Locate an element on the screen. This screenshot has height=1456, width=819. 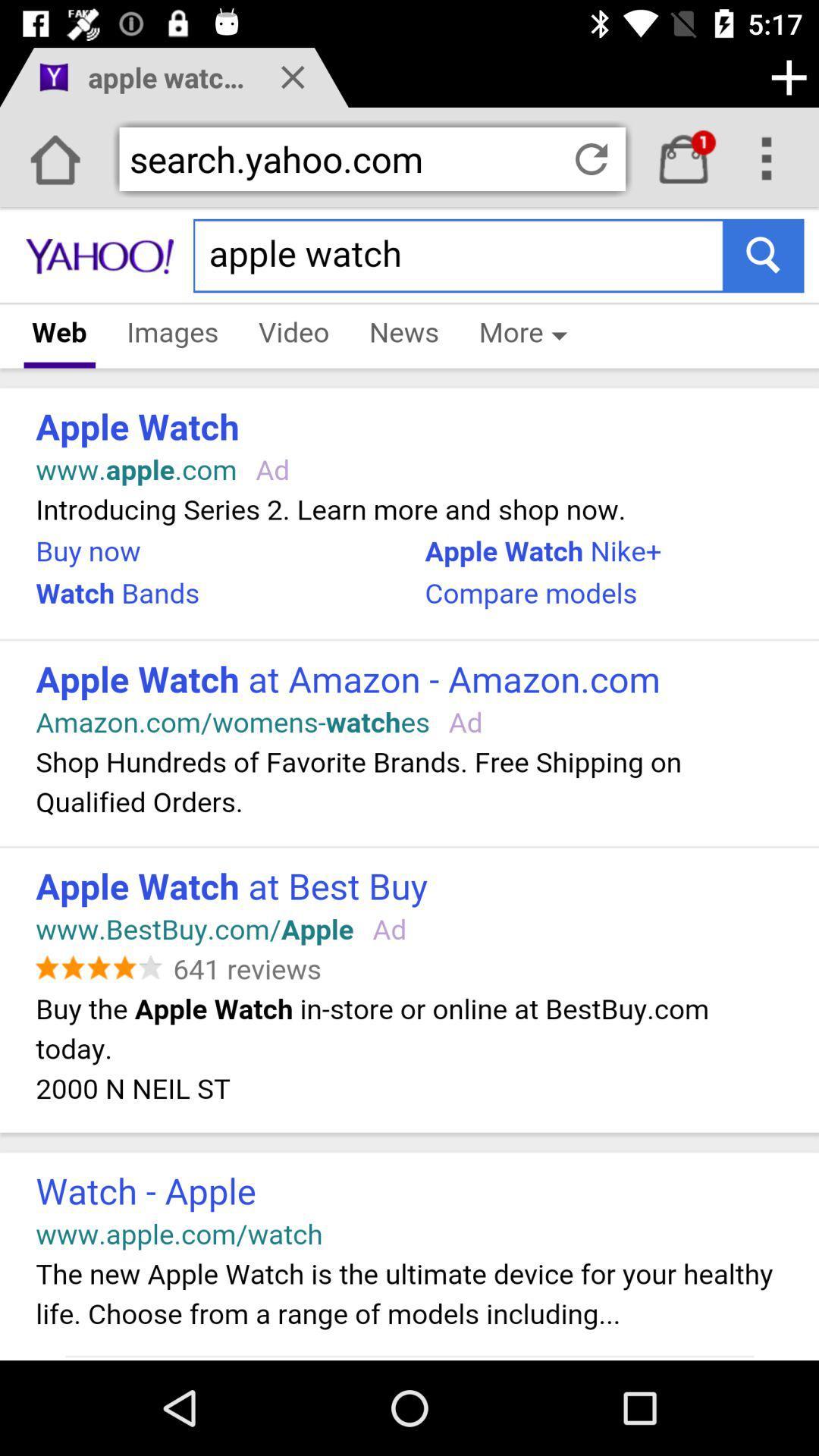
the add icon is located at coordinates (788, 77).